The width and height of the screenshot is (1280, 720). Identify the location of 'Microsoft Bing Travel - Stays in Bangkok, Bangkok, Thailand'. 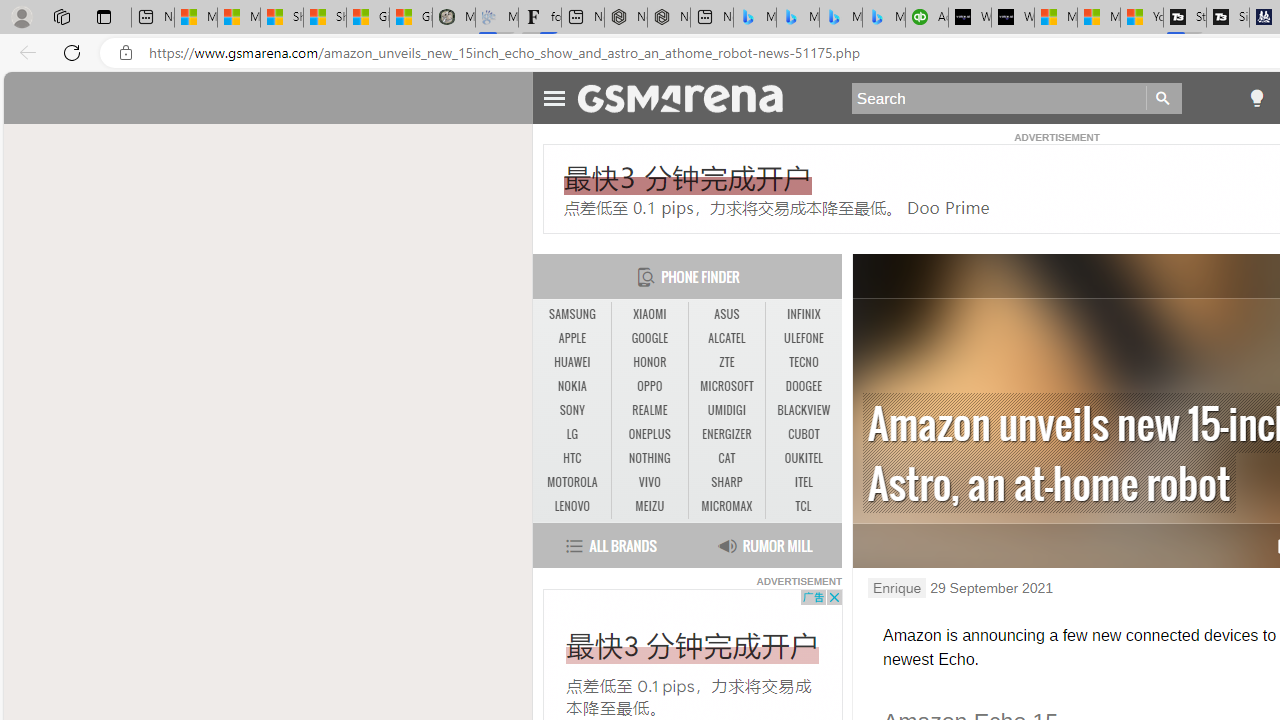
(797, 17).